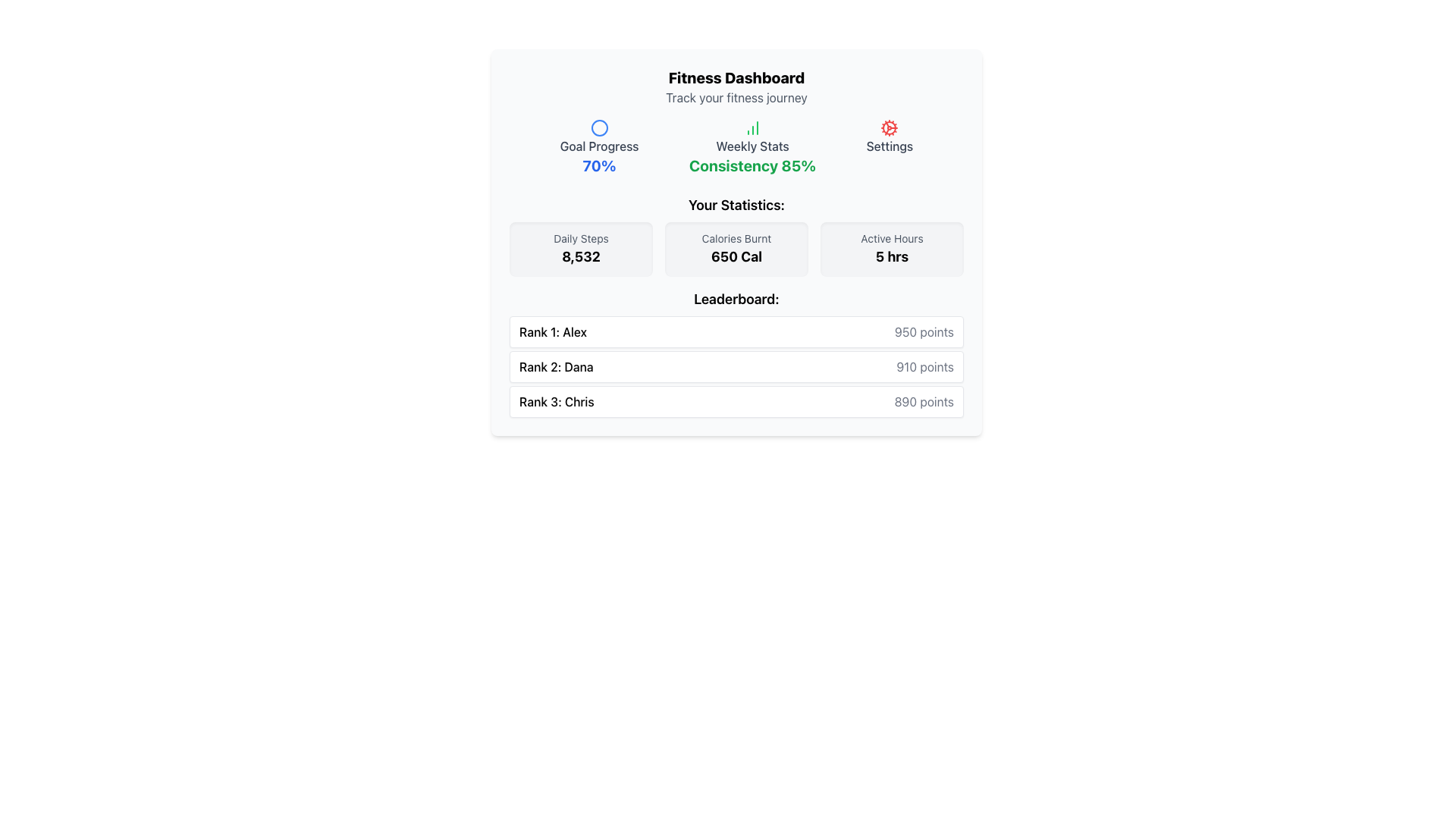 The width and height of the screenshot is (1456, 819). What do you see at coordinates (892, 239) in the screenshot?
I see `the Text label that indicates the active hours achieved, which is located at the top of the rightmost statistics box in the interface` at bounding box center [892, 239].